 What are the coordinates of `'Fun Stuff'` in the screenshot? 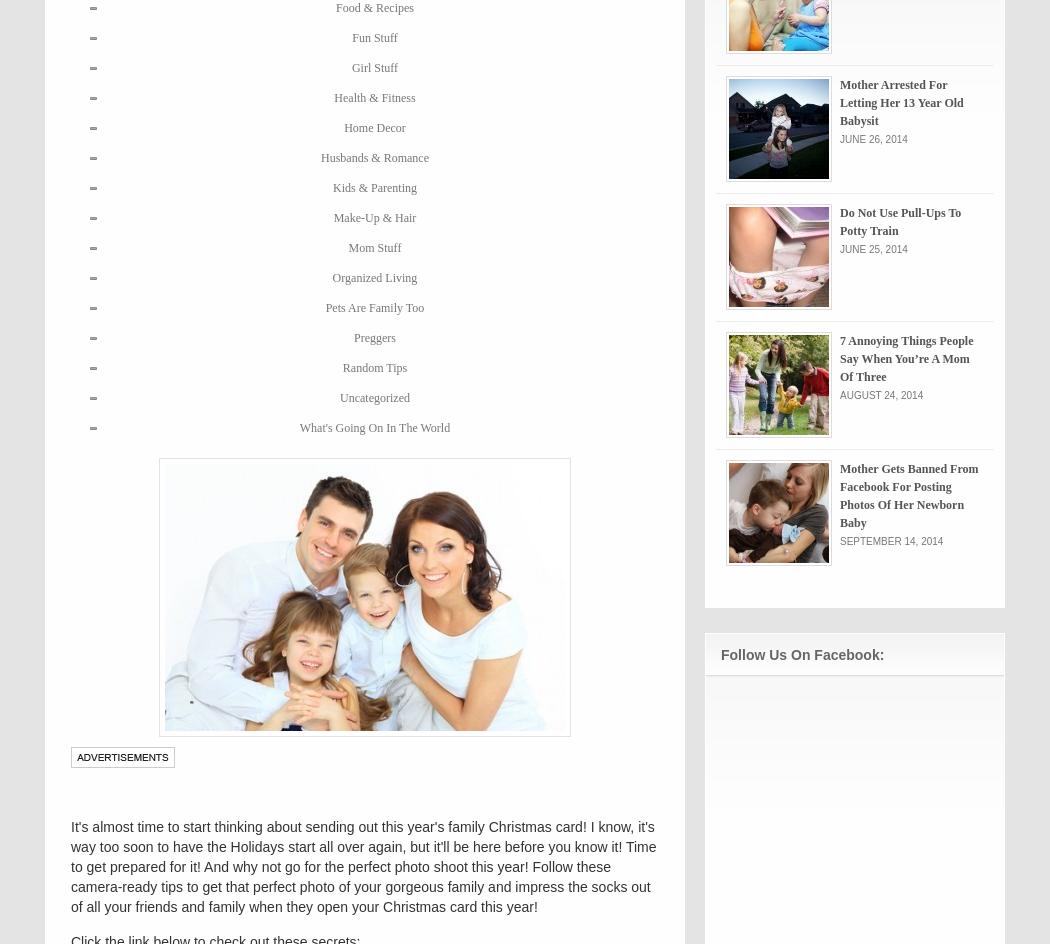 It's located at (373, 38).